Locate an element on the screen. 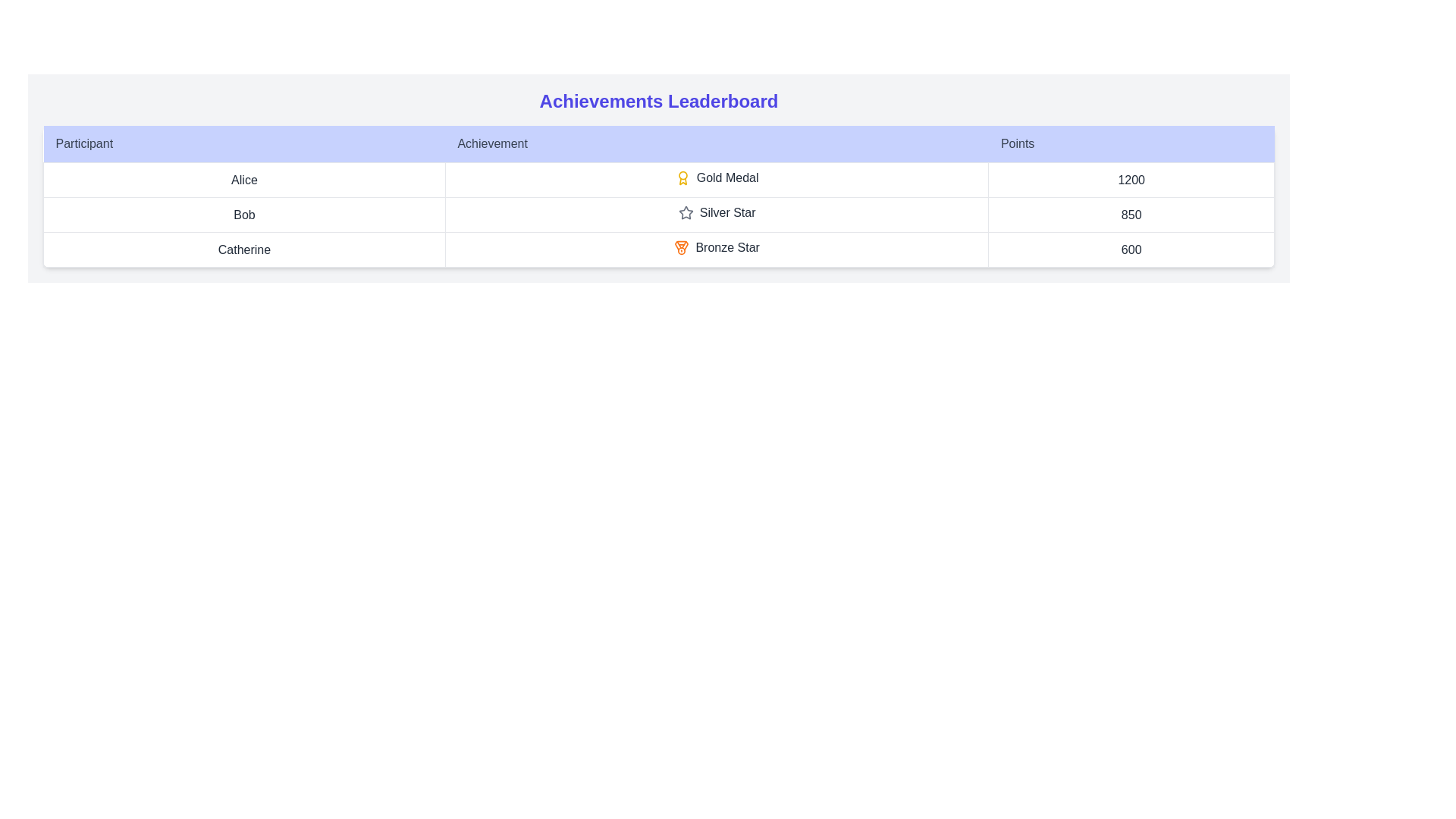 Image resolution: width=1456 pixels, height=819 pixels. details of the SVG-based star icon located in the 'Achievement' column of the leaderboard table for 'Bob' in the second row is located at coordinates (685, 212).